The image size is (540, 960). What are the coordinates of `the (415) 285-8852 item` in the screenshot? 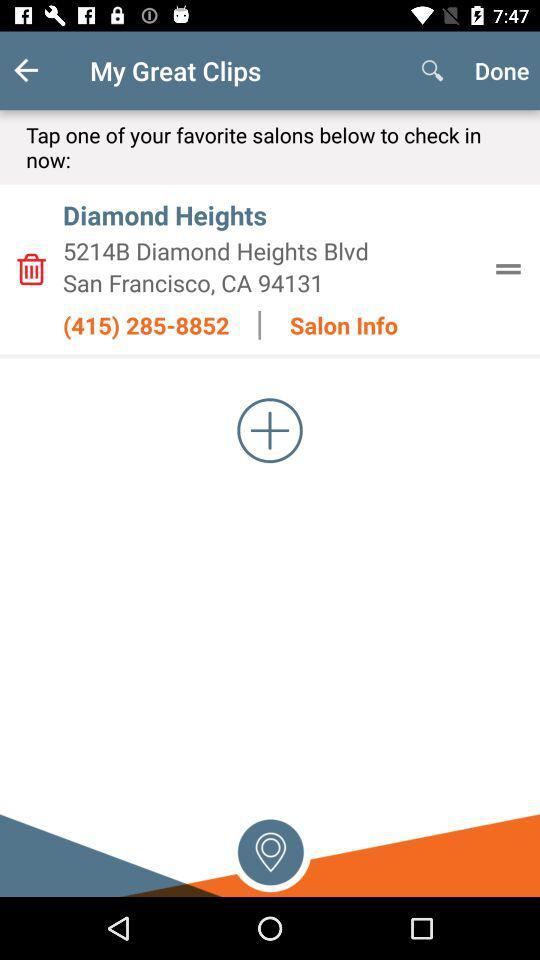 It's located at (145, 325).